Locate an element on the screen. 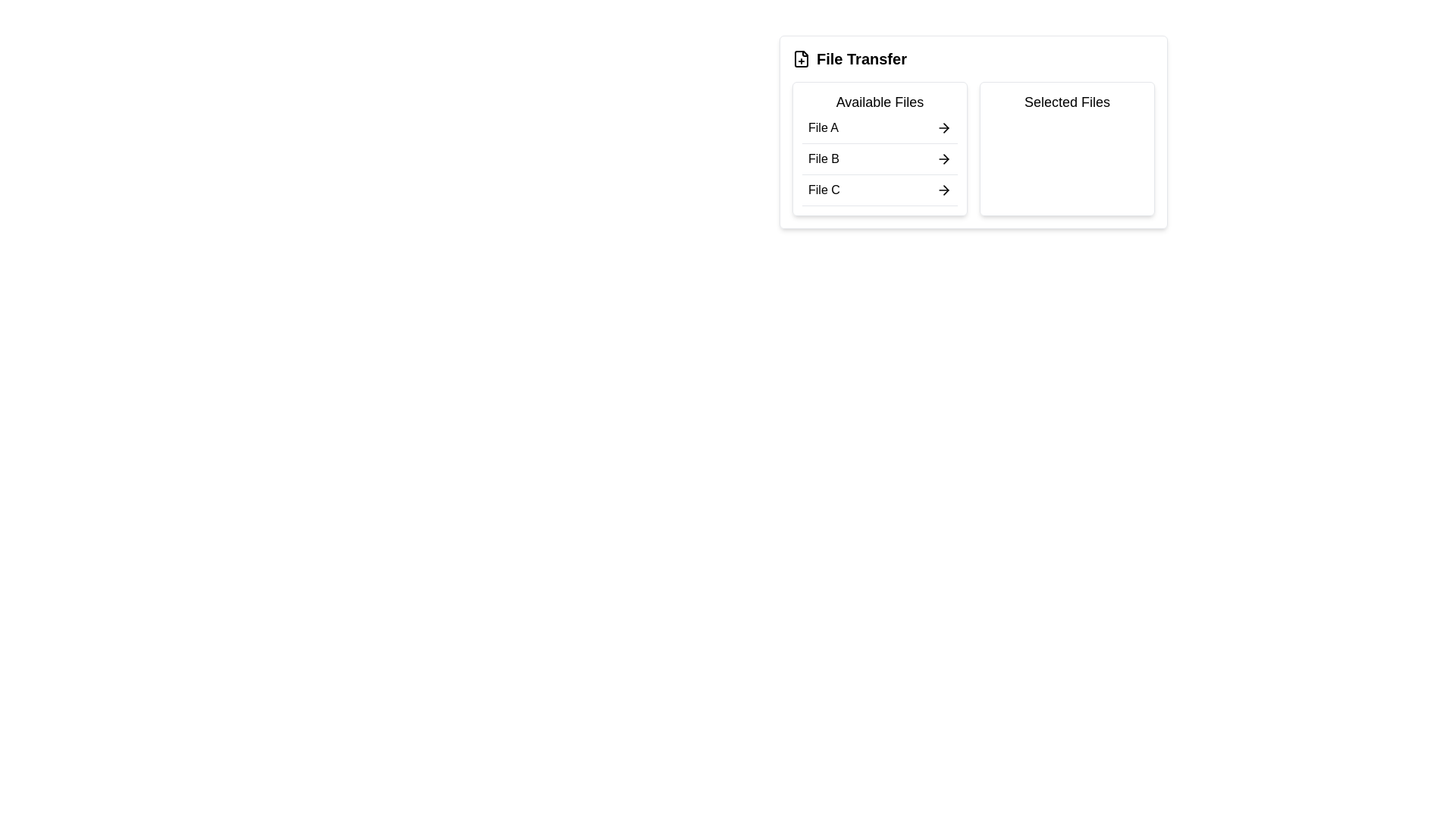 The width and height of the screenshot is (1456, 819). the second list item labeled 'File B' in the 'Available Files' section is located at coordinates (880, 159).